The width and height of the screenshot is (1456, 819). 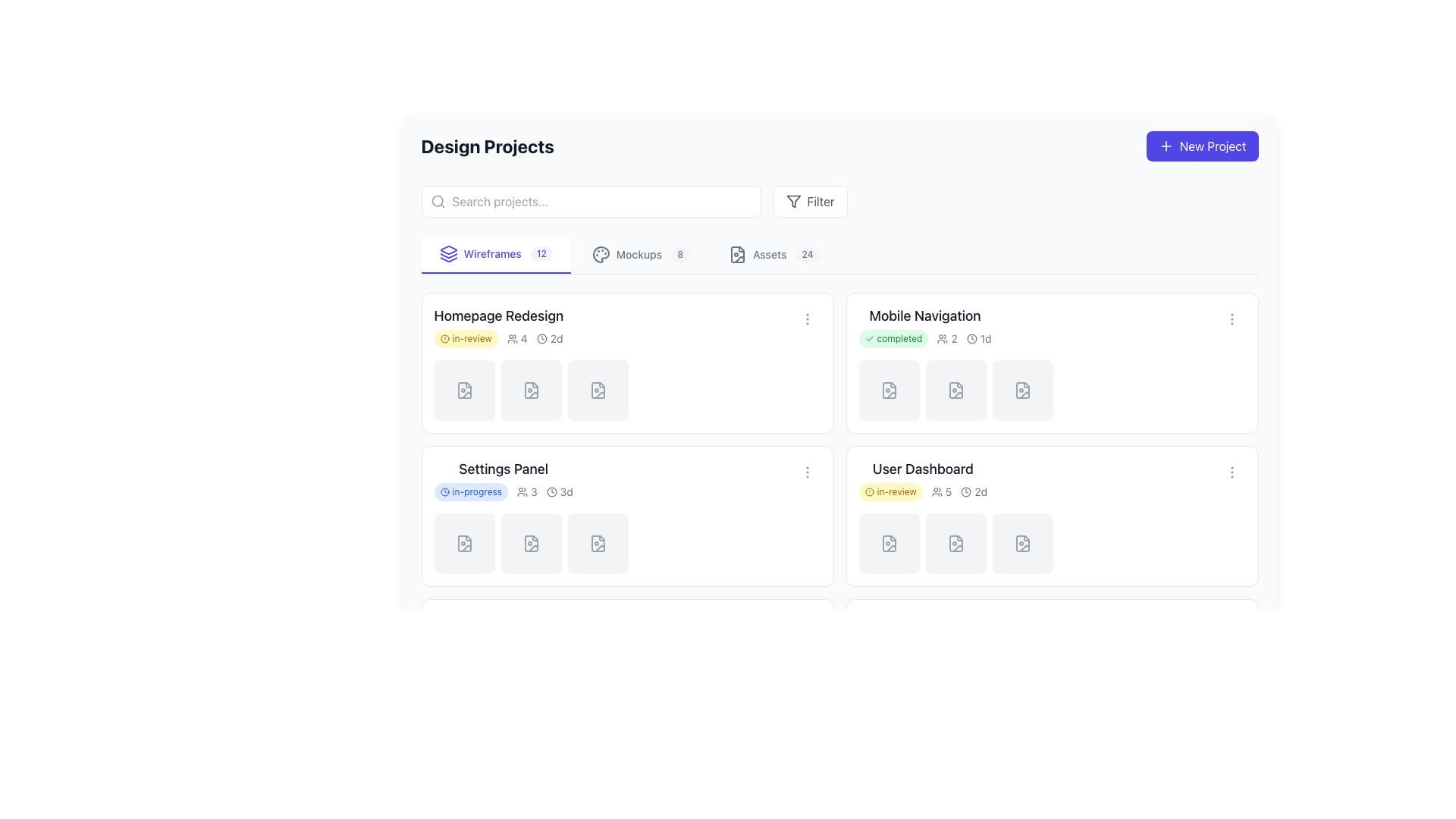 What do you see at coordinates (597, 696) in the screenshot?
I see `the file or document icon located at the bottom left tile of the grid layout under the 'Settings Panel'` at bounding box center [597, 696].